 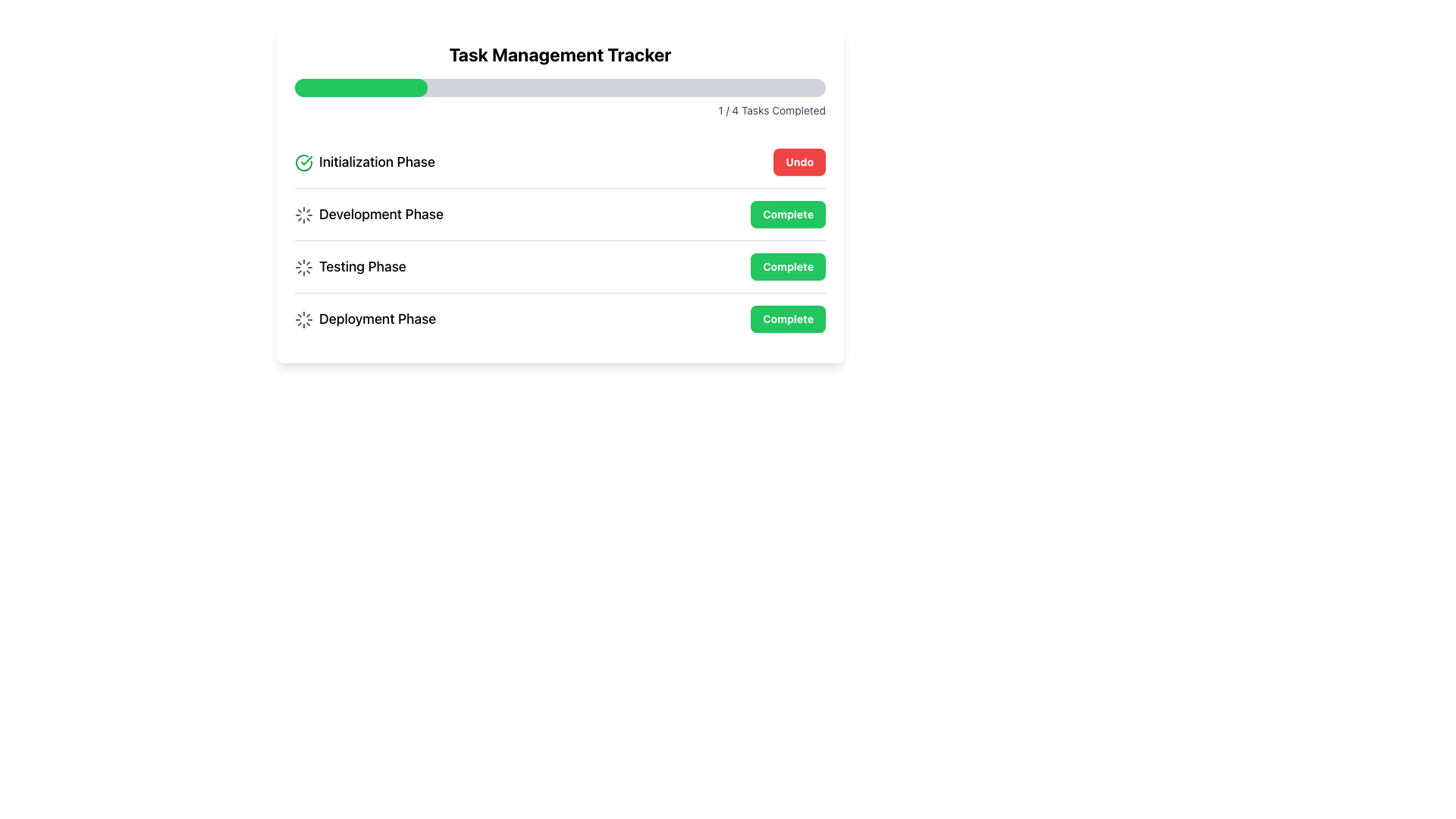 I want to click on the green 'Complete' button with rounded edges located in the far-right corner of its section to trigger a visual effect, so click(x=788, y=318).